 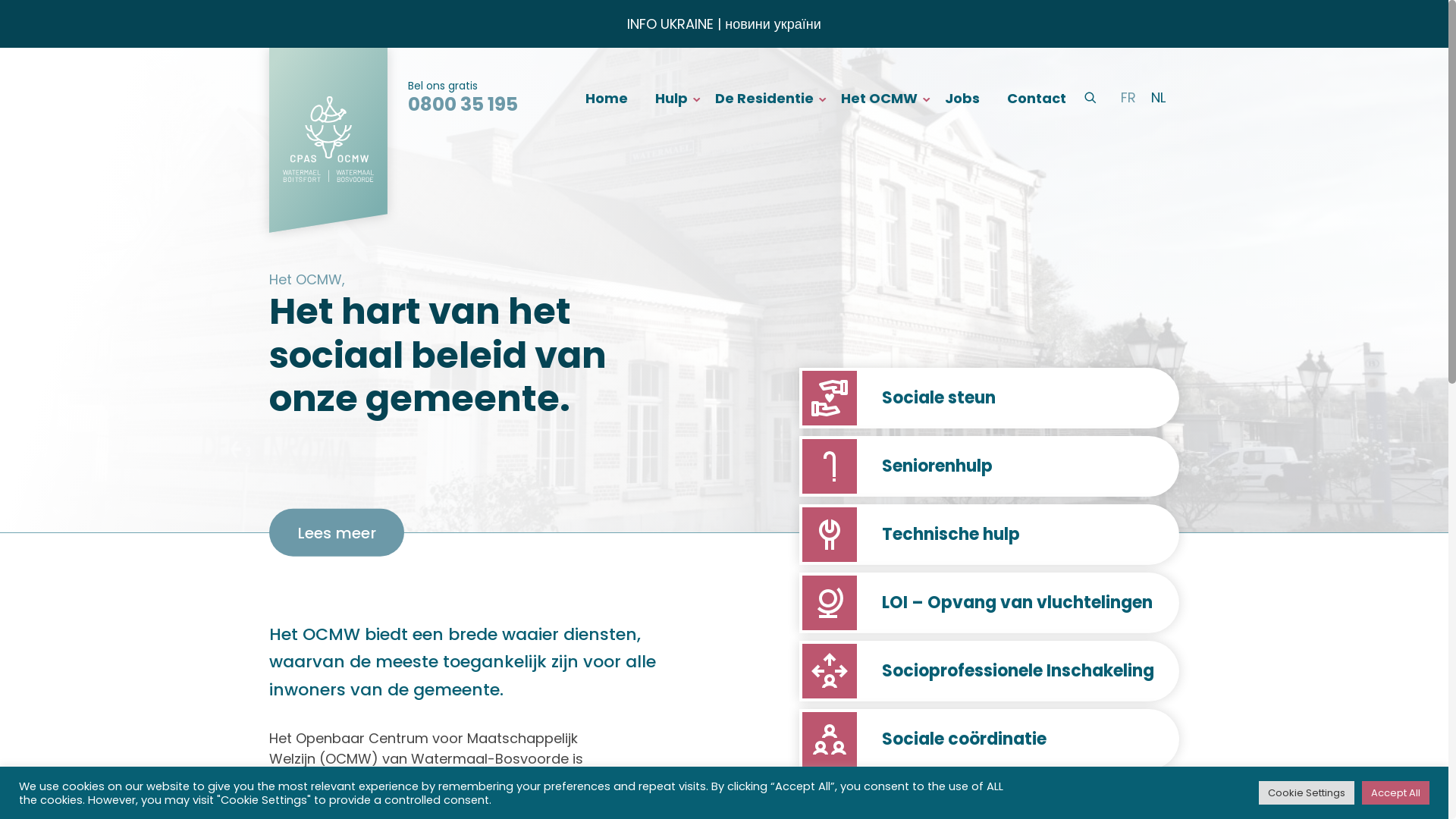 I want to click on 'FR', so click(x=1128, y=97).